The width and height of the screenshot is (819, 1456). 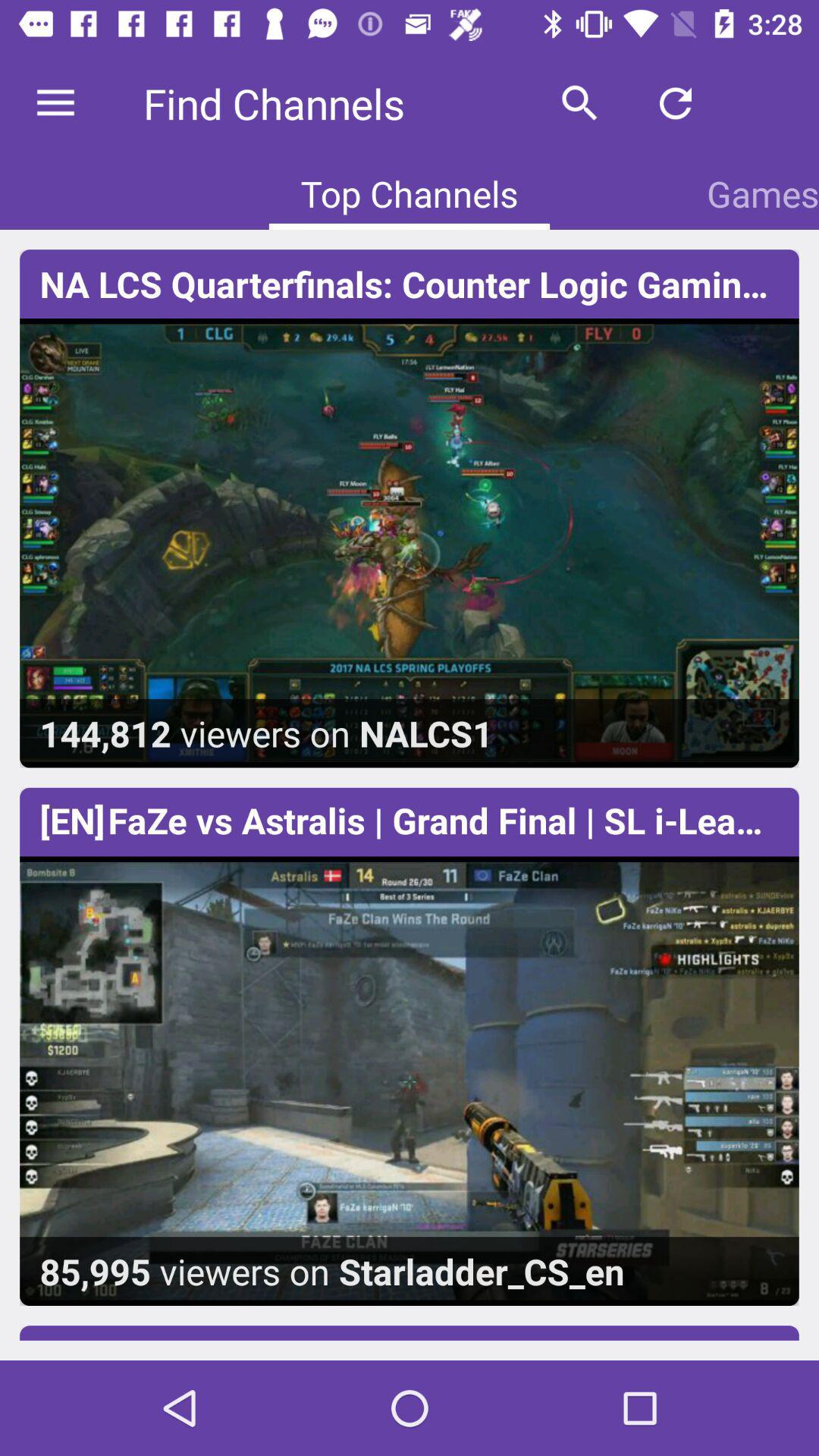 I want to click on the item above the games app, so click(x=771, y=102).